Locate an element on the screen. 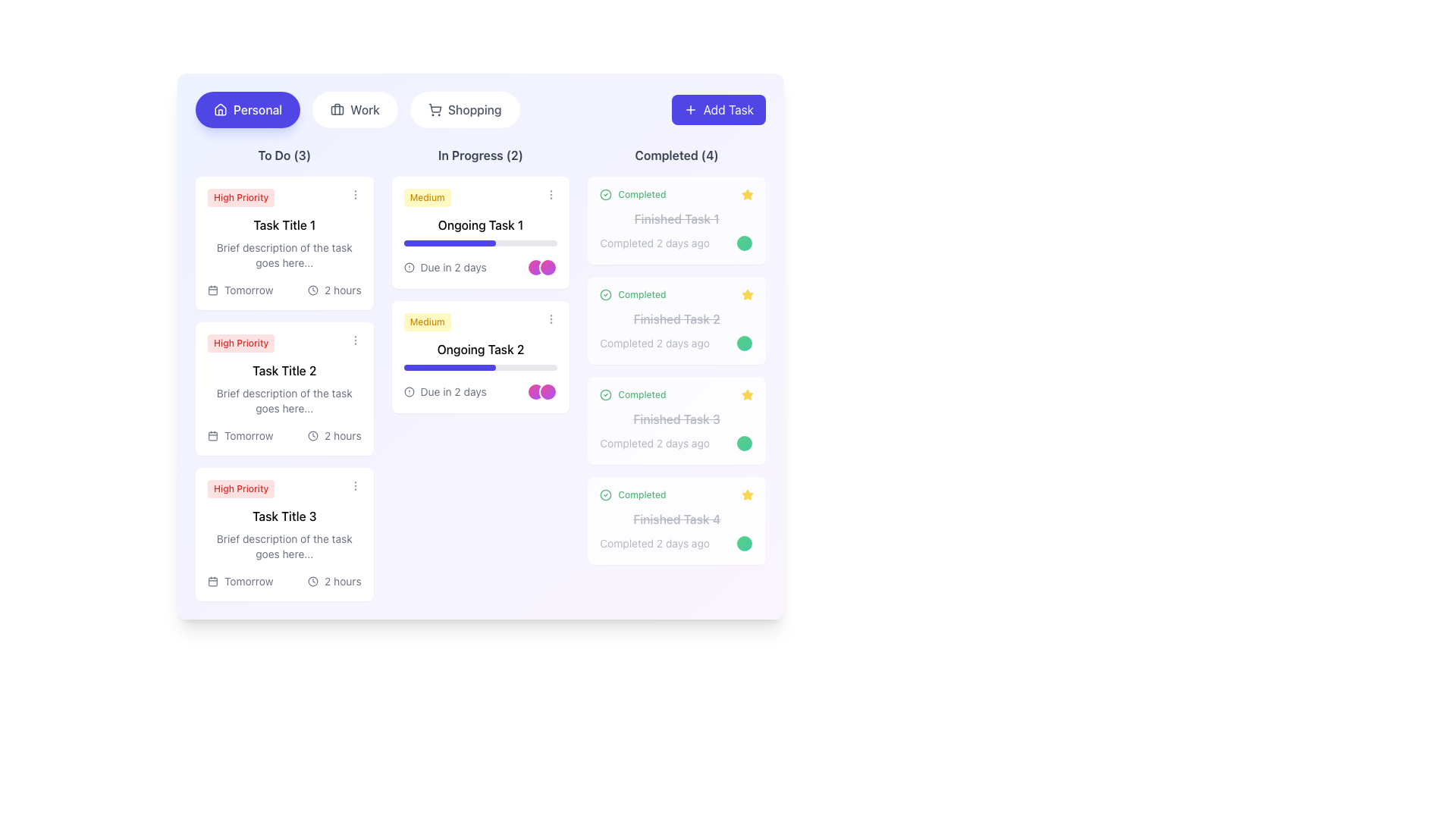 The image size is (1456, 819). the first Task card in the 'In Progress' column is located at coordinates (479, 233).